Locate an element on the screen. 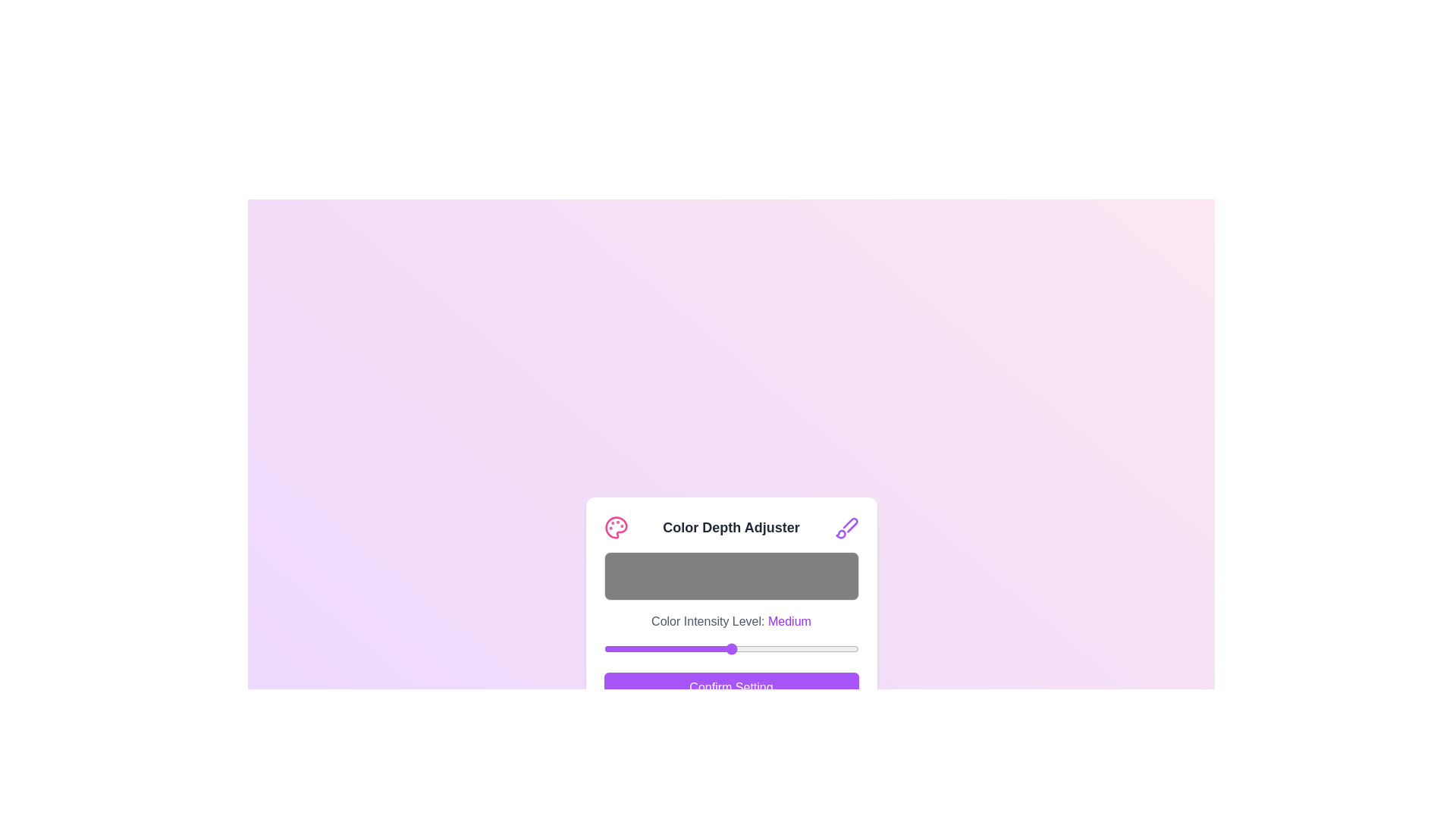  the color intensity slider to 231 where 231 is a value between 0 and 255 is located at coordinates (833, 648).